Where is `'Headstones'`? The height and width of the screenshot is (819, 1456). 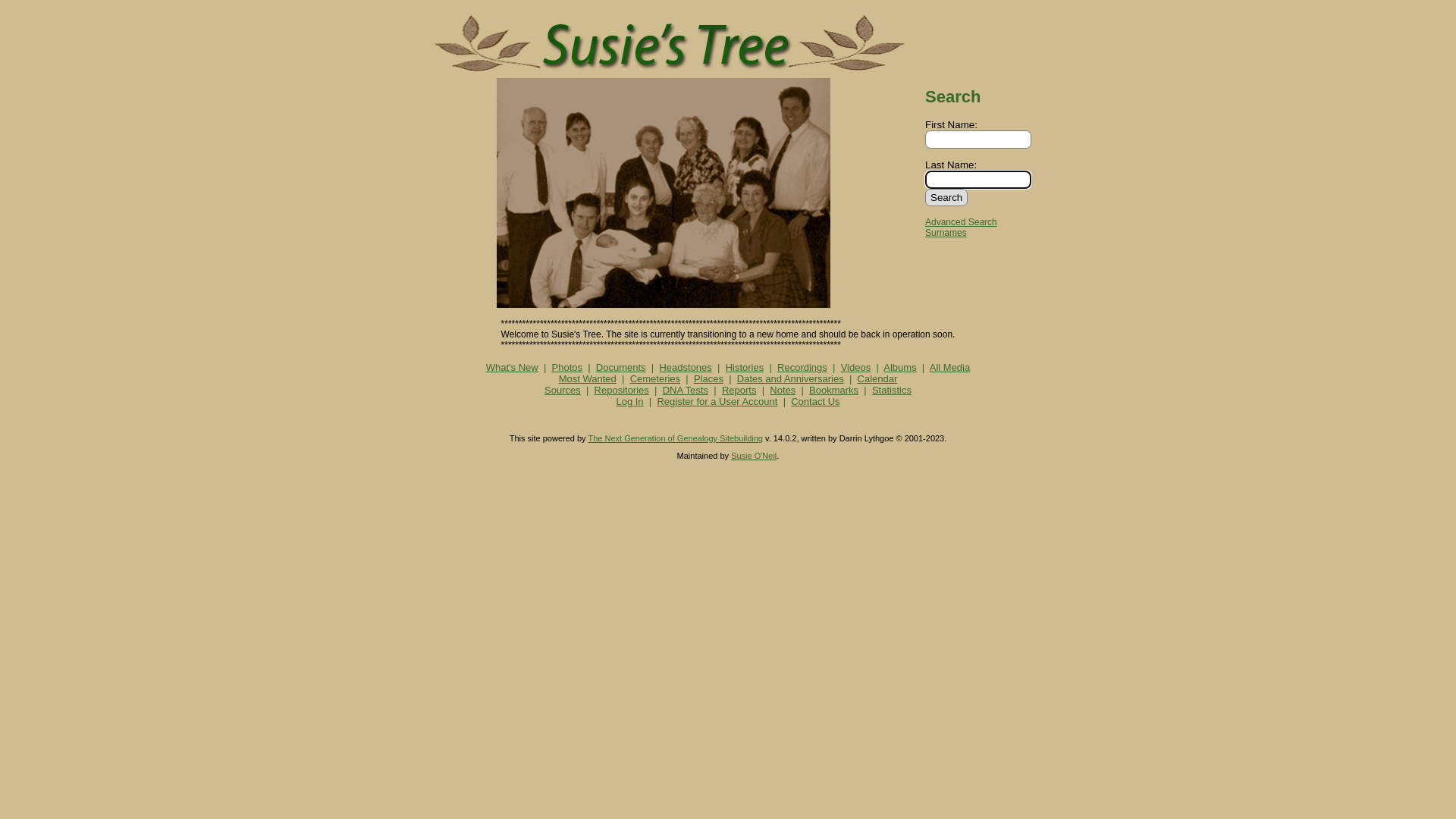 'Headstones' is located at coordinates (684, 367).